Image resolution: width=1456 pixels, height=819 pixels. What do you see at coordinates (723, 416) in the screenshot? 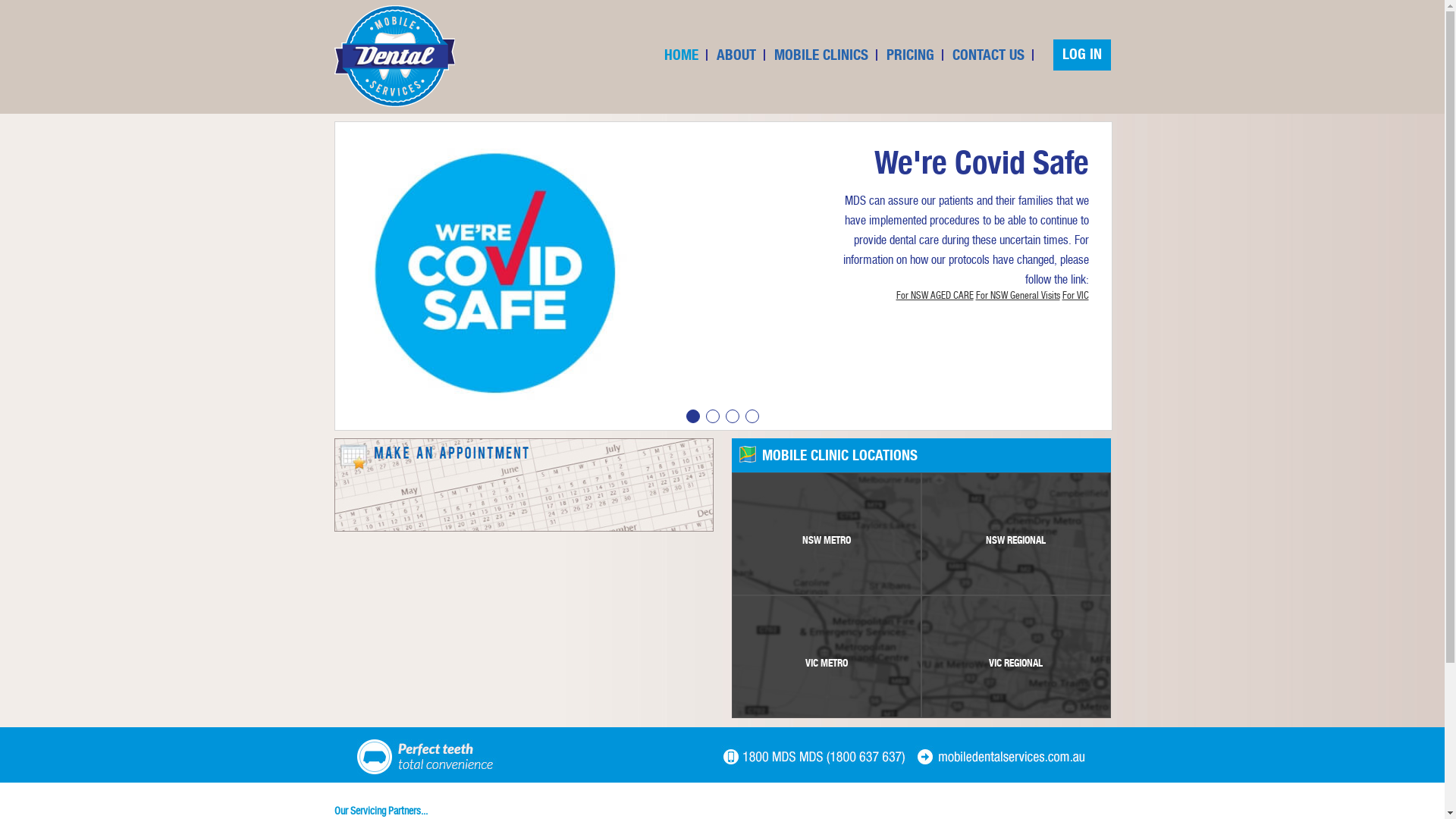
I see `'3'` at bounding box center [723, 416].